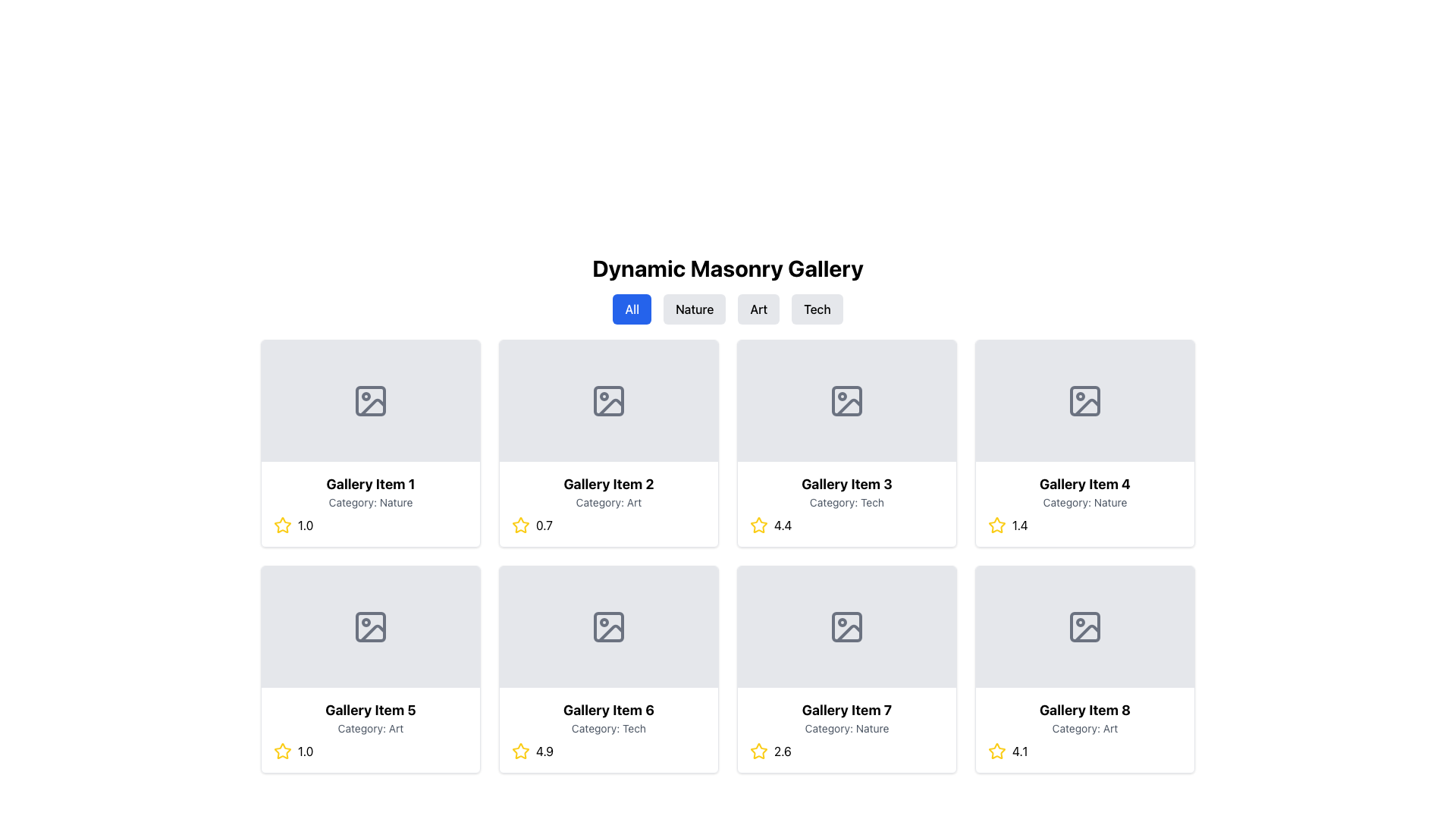  What do you see at coordinates (759, 752) in the screenshot?
I see `the yellow star outline icon located in the seventh gallery item, positioned left of the rating text '2.6'` at bounding box center [759, 752].